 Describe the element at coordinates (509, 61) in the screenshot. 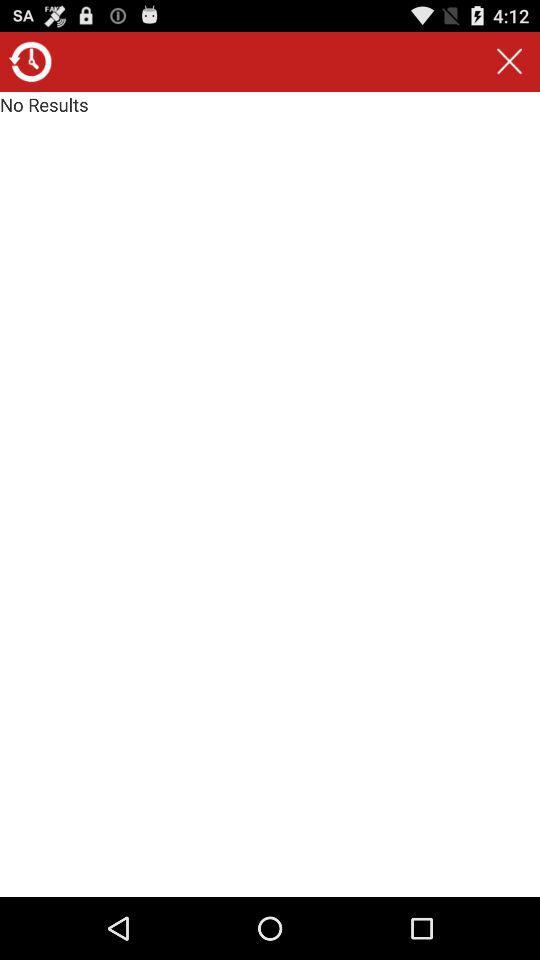

I see `the icon next to the no results item` at that location.